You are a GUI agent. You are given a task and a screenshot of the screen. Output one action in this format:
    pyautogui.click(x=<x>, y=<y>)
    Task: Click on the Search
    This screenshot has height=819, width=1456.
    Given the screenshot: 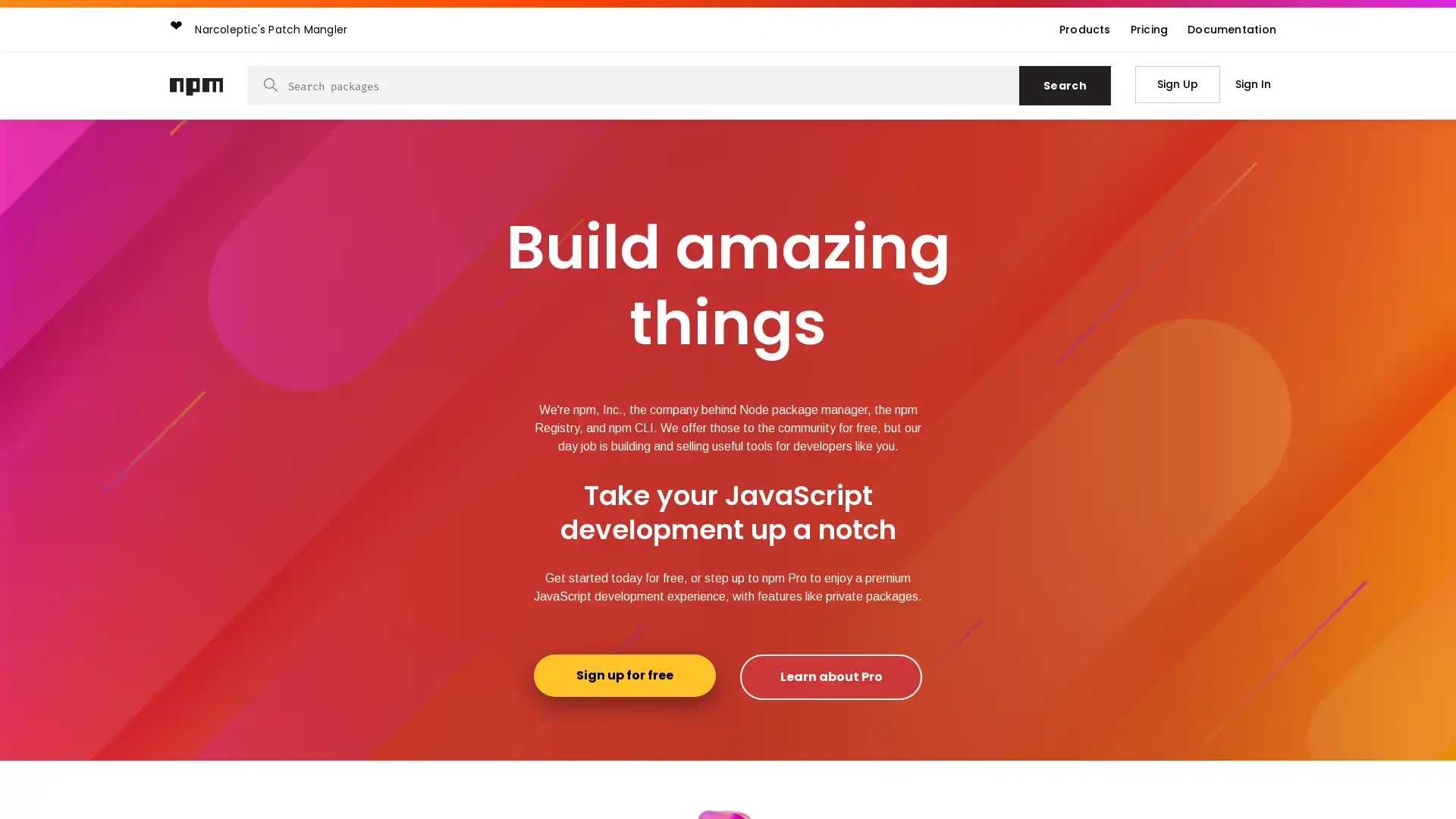 What is the action you would take?
    pyautogui.click(x=1064, y=85)
    